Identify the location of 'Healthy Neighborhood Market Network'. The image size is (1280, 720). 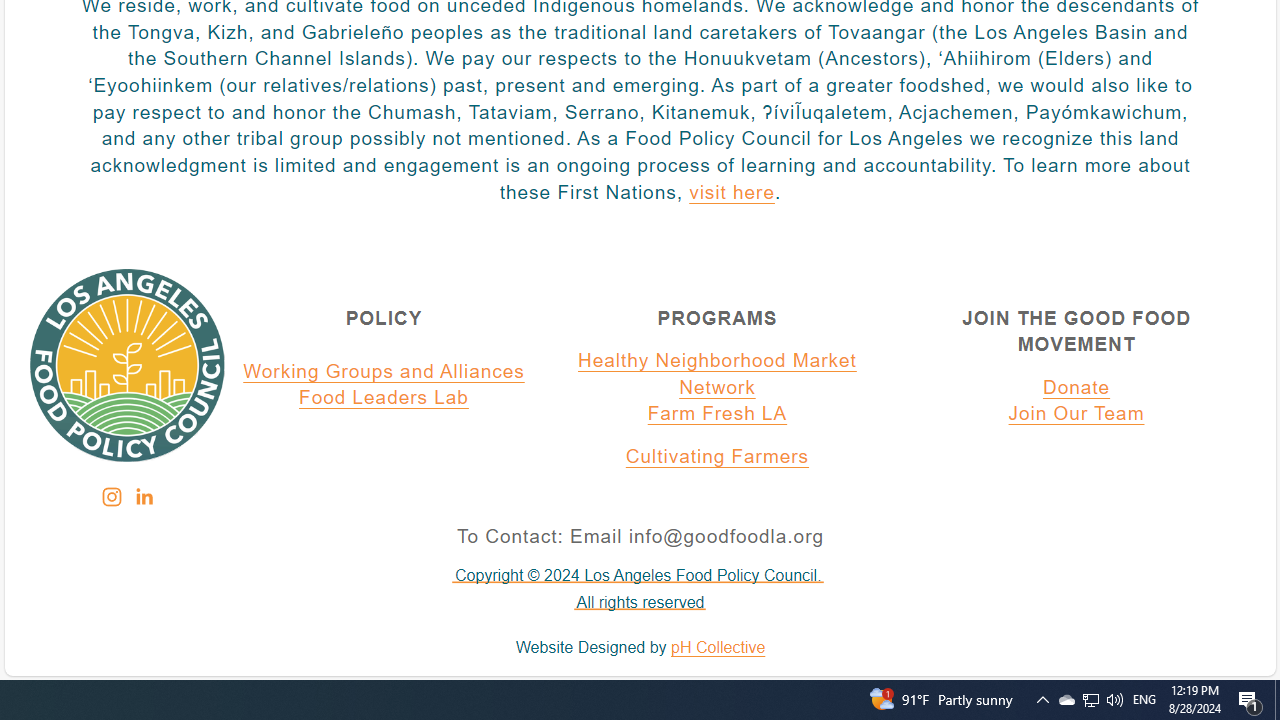
(717, 374).